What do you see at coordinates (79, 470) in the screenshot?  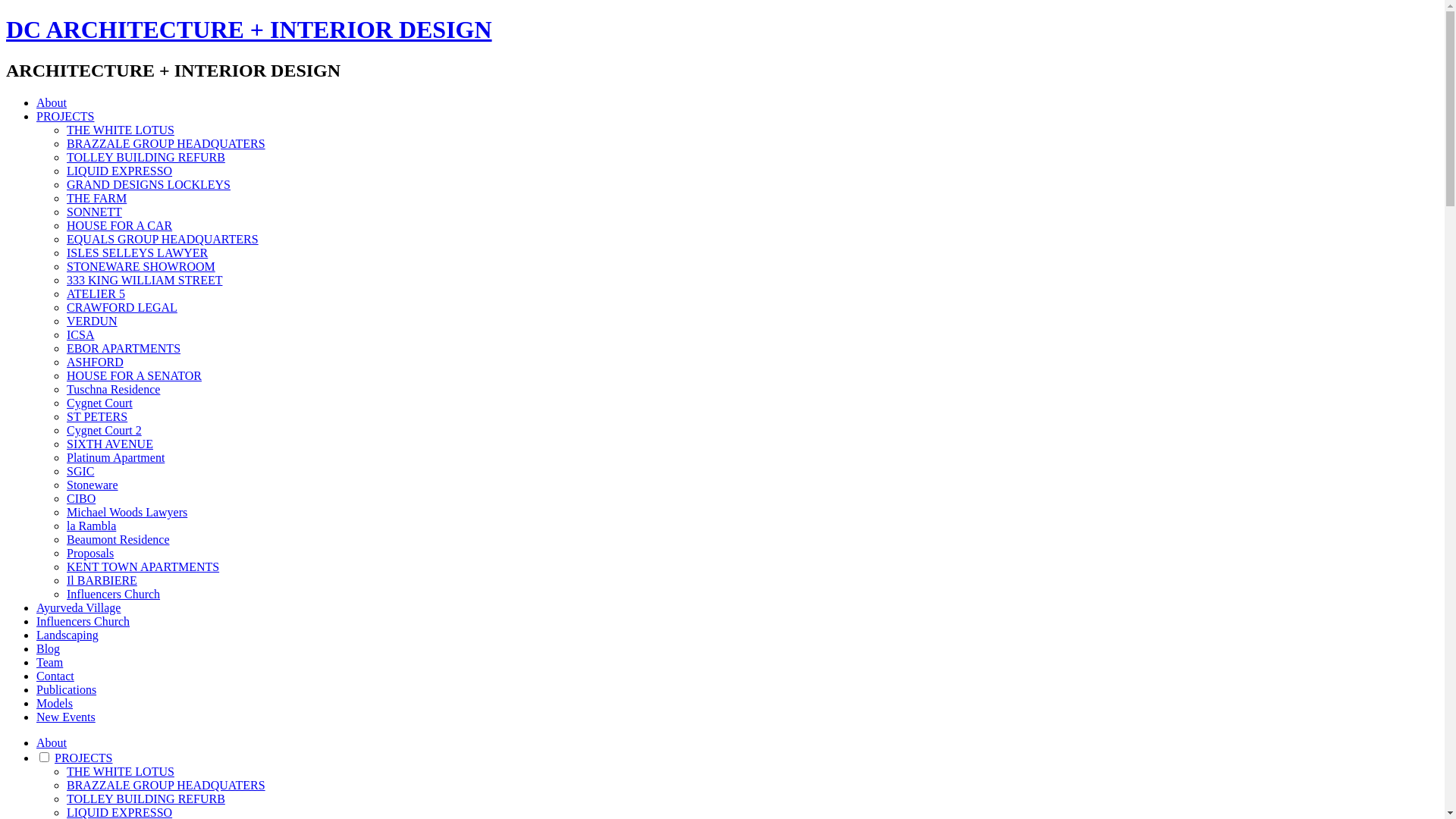 I see `'SGIC'` at bounding box center [79, 470].